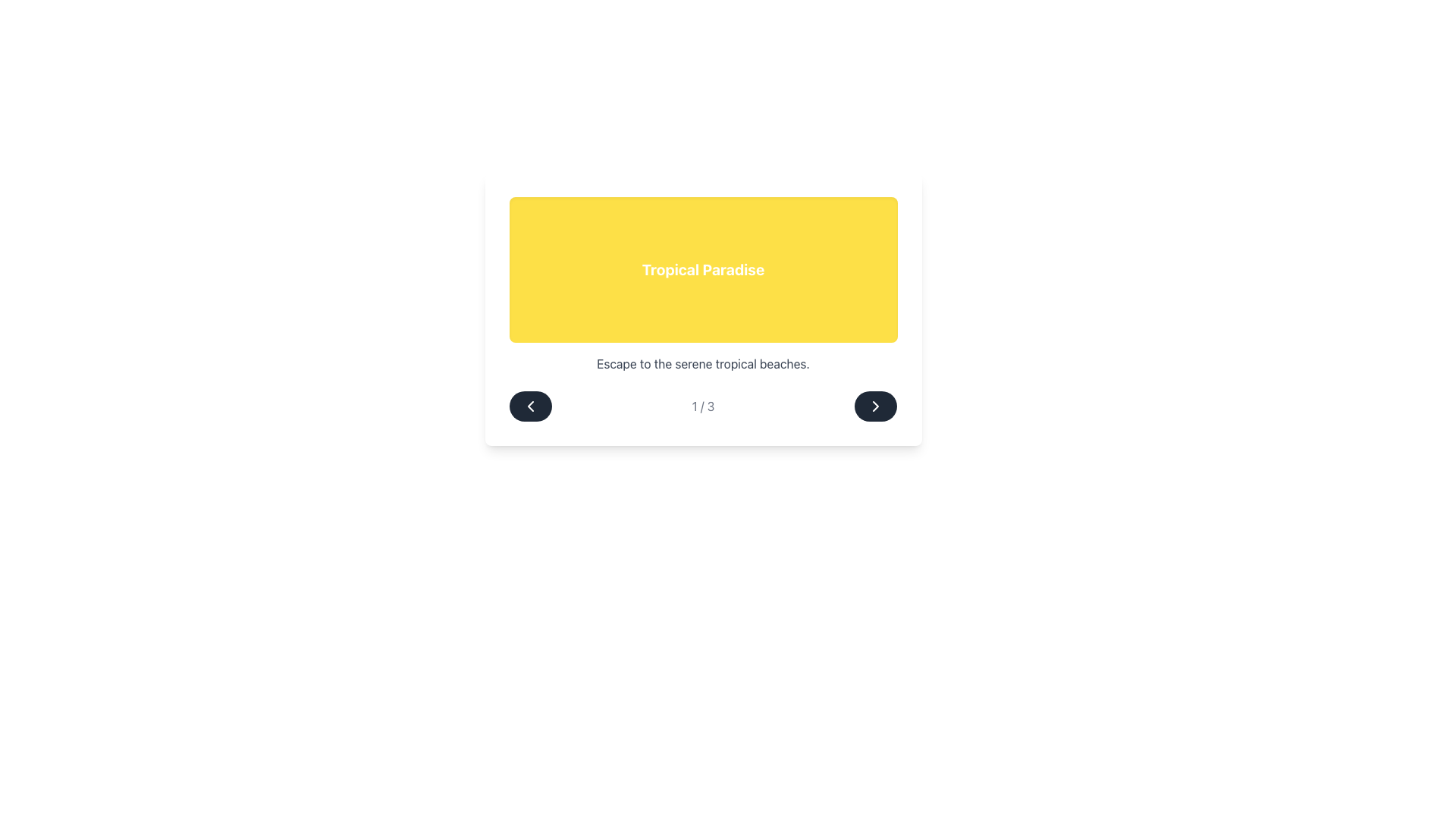 Image resolution: width=1456 pixels, height=819 pixels. Describe the element at coordinates (530, 406) in the screenshot. I see `the leftmost button` at that location.